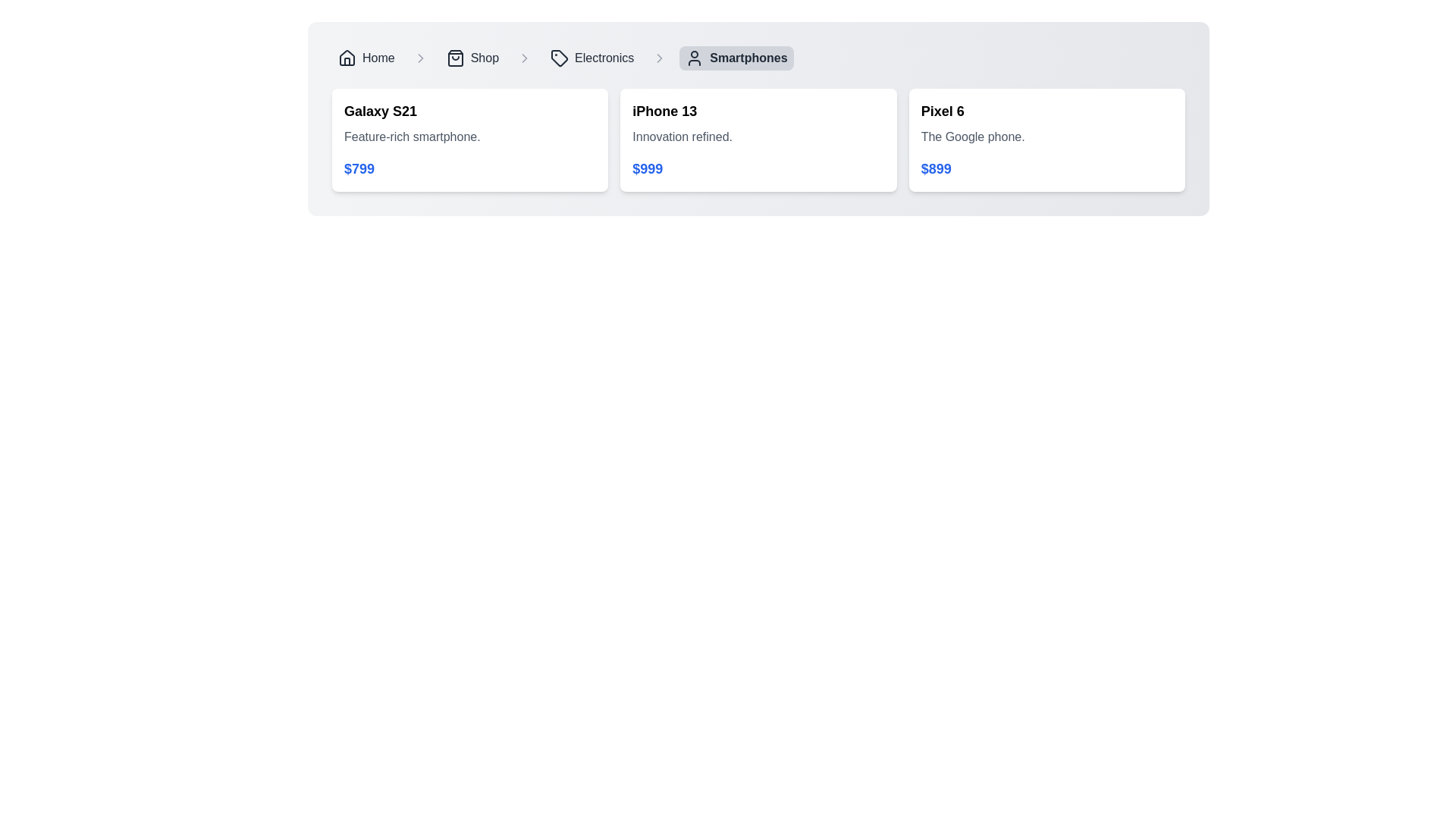 This screenshot has height=819, width=1456. Describe the element at coordinates (469, 140) in the screenshot. I see `the Galaxy S21 smartphone card` at that location.